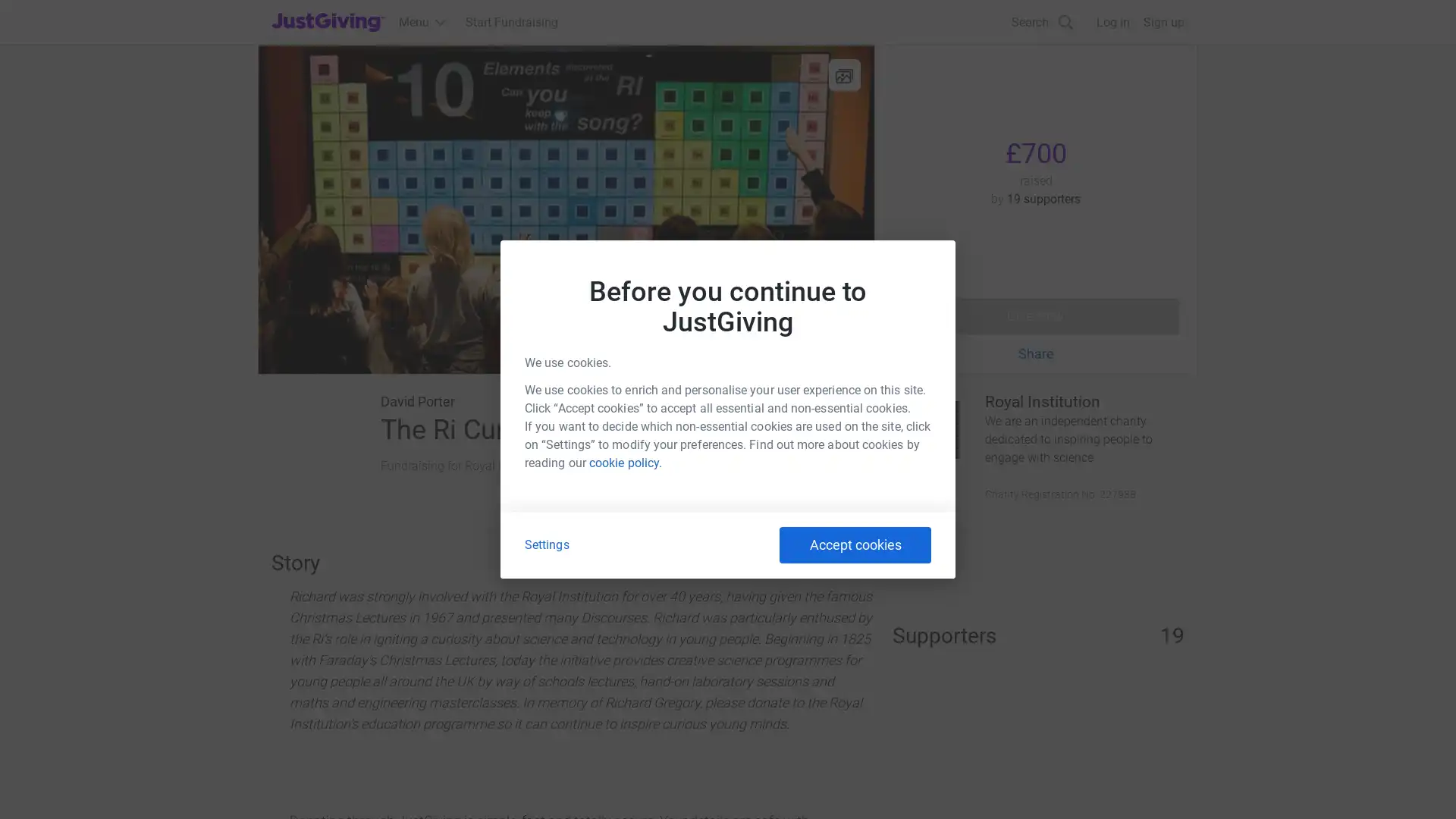  Describe the element at coordinates (843, 75) in the screenshot. I see `Open the Image Gallery` at that location.